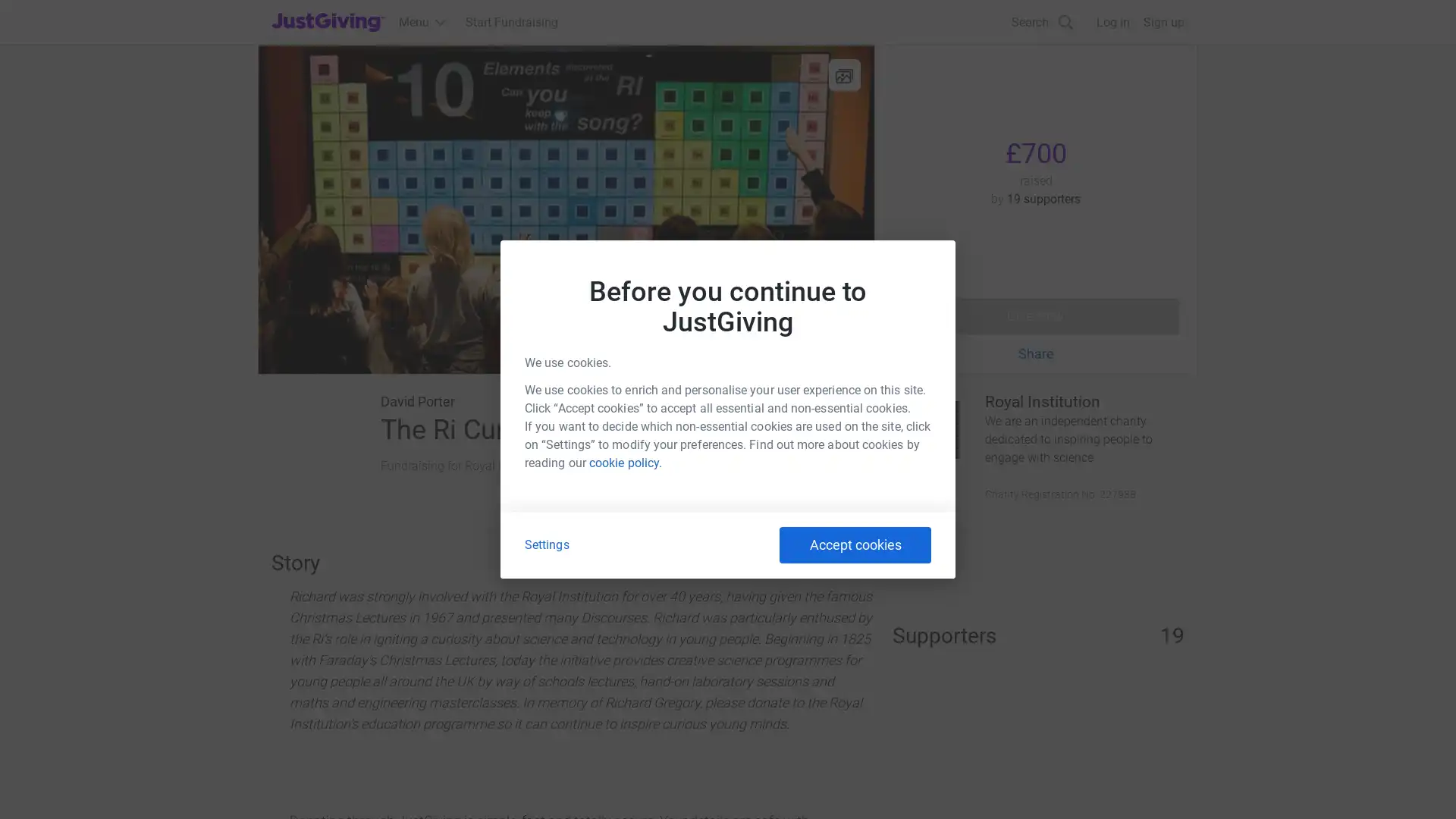  Describe the element at coordinates (843, 75) in the screenshot. I see `Open the Image Gallery` at that location.